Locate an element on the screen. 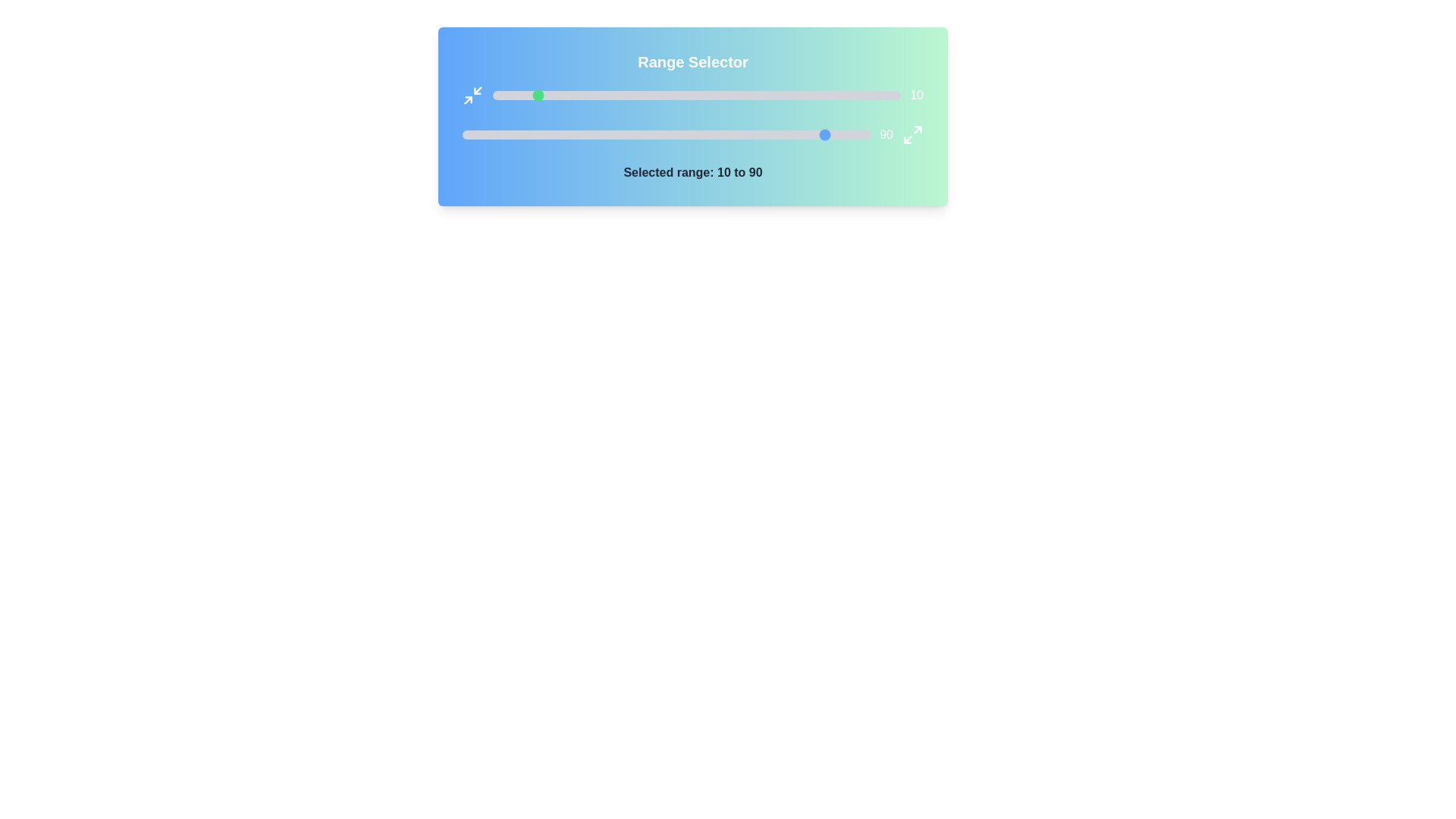 The image size is (1456, 819). the slider is located at coordinates (802, 96).